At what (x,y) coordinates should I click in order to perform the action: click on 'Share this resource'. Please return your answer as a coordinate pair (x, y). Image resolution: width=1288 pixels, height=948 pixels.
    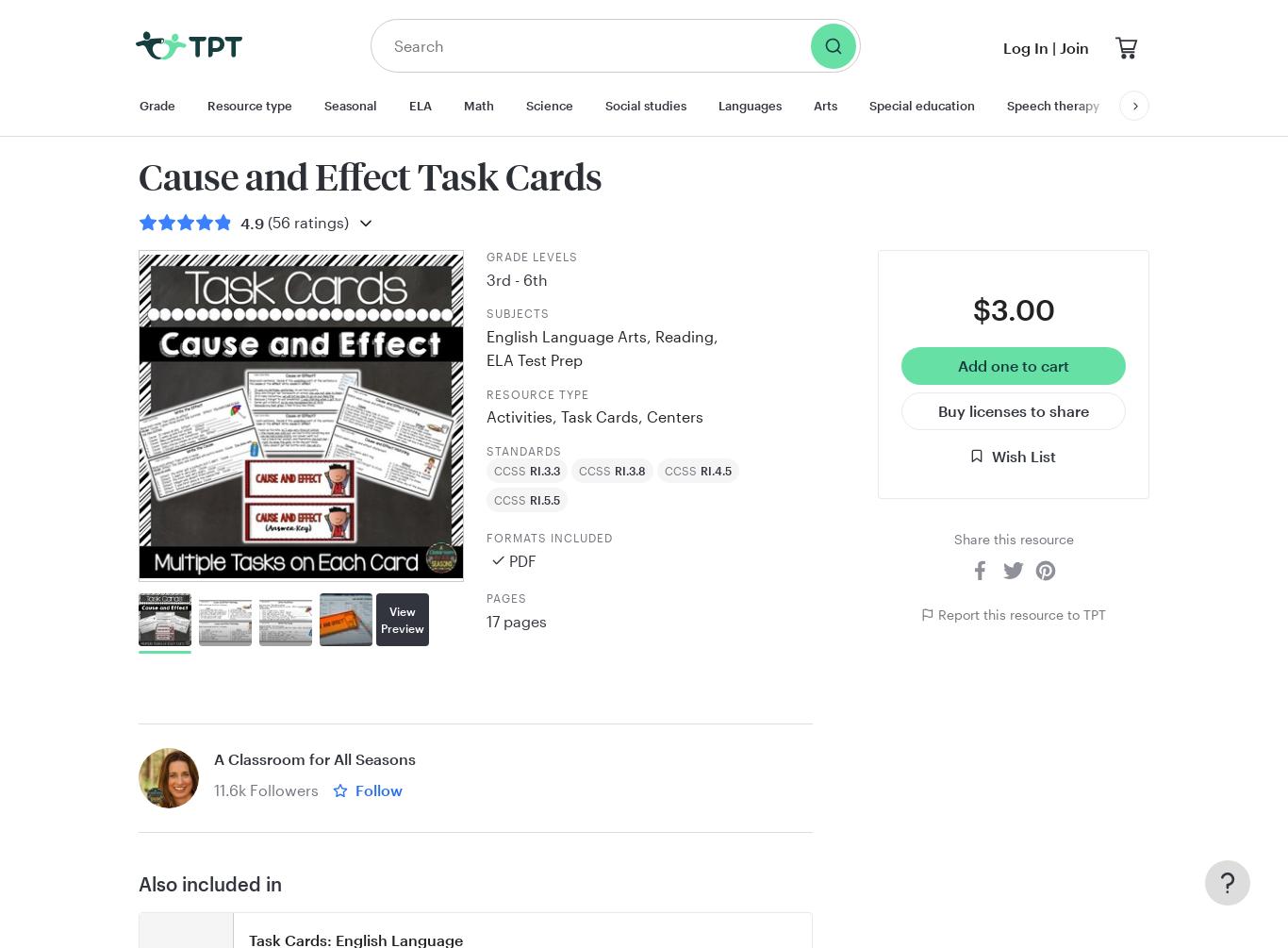
    Looking at the image, I should click on (1012, 538).